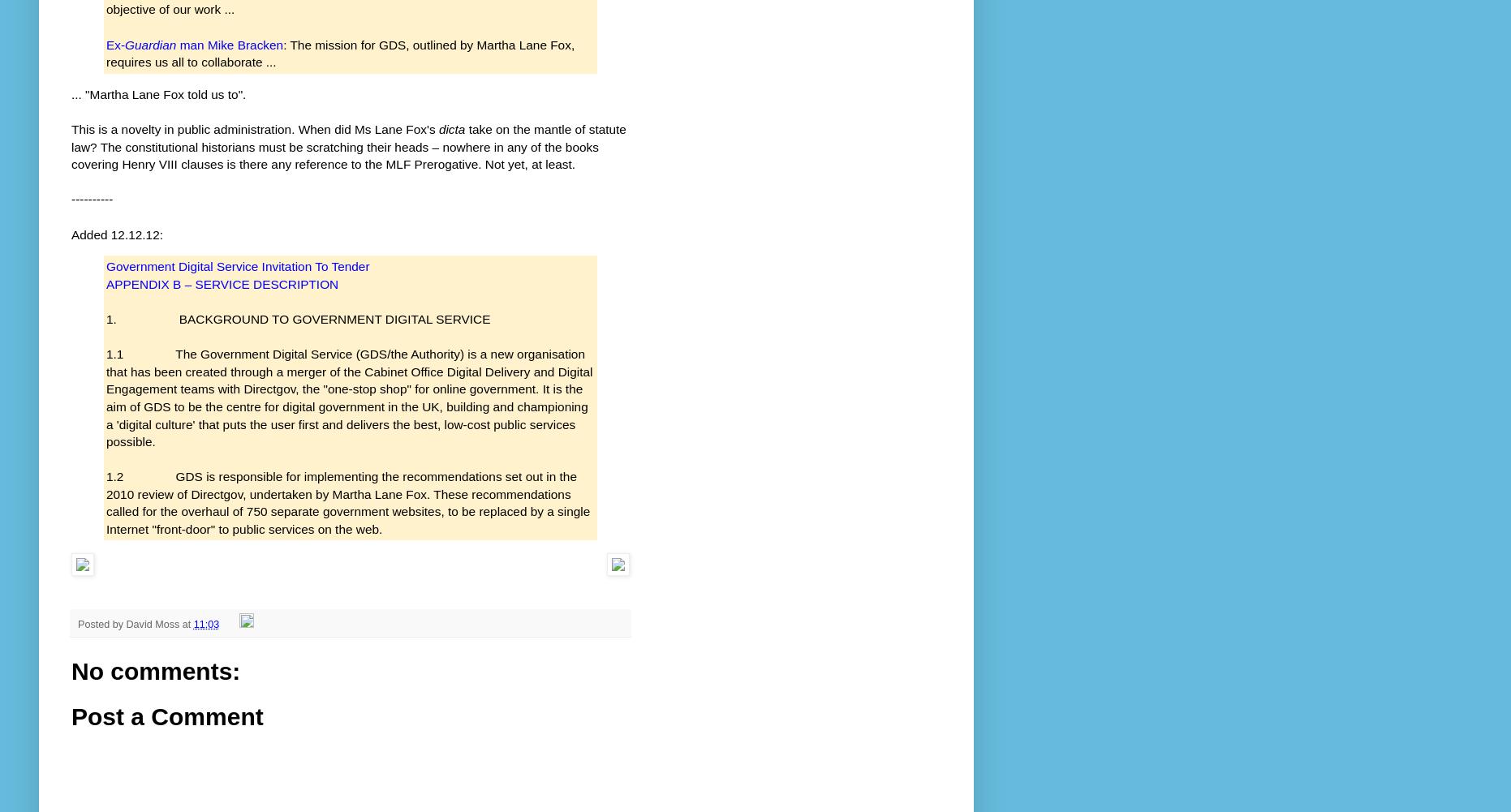 The image size is (1511, 812). I want to click on 'Guardian', so click(149, 44).